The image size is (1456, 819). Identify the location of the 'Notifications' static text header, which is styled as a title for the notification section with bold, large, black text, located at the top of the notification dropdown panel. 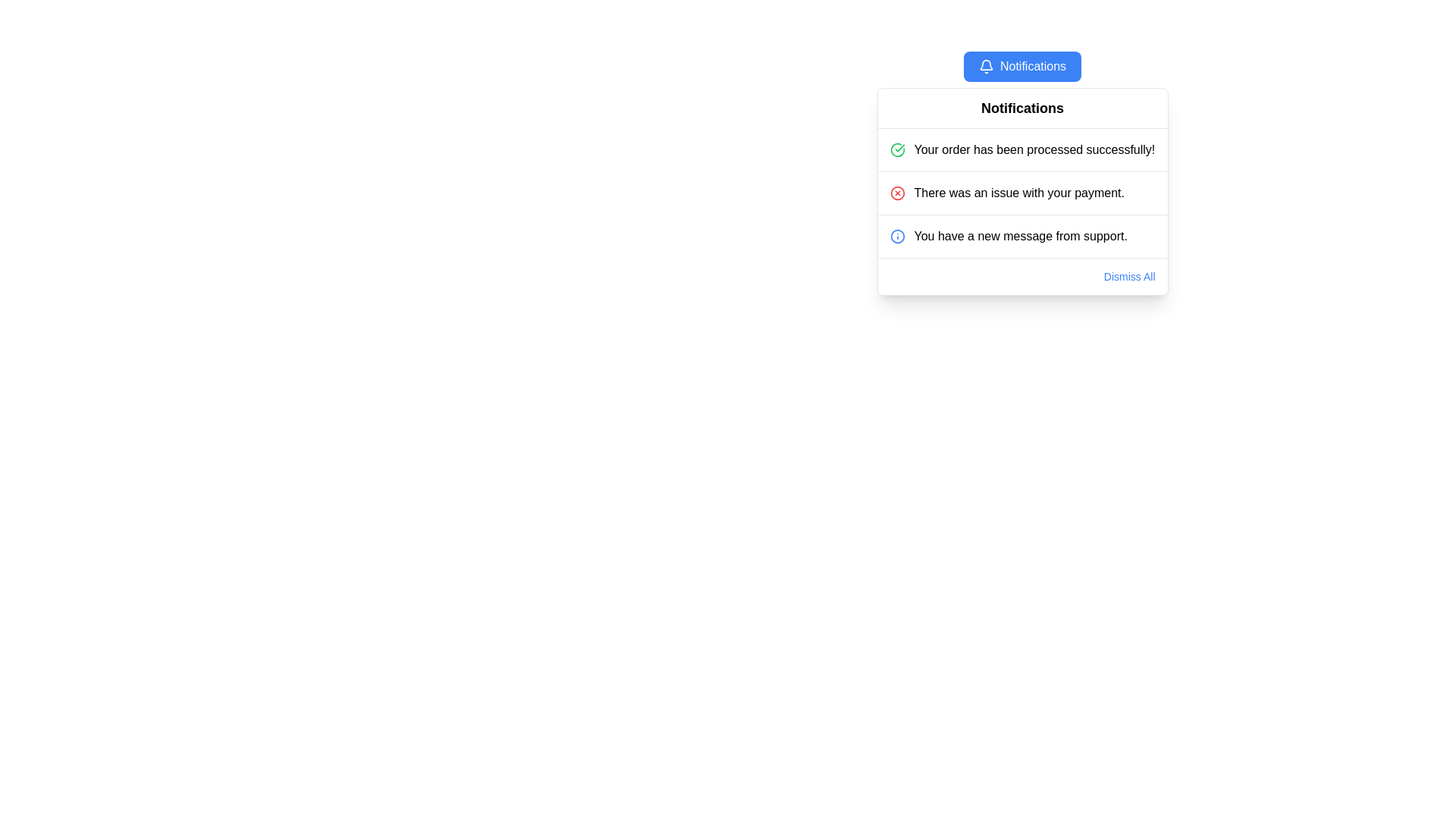
(1022, 107).